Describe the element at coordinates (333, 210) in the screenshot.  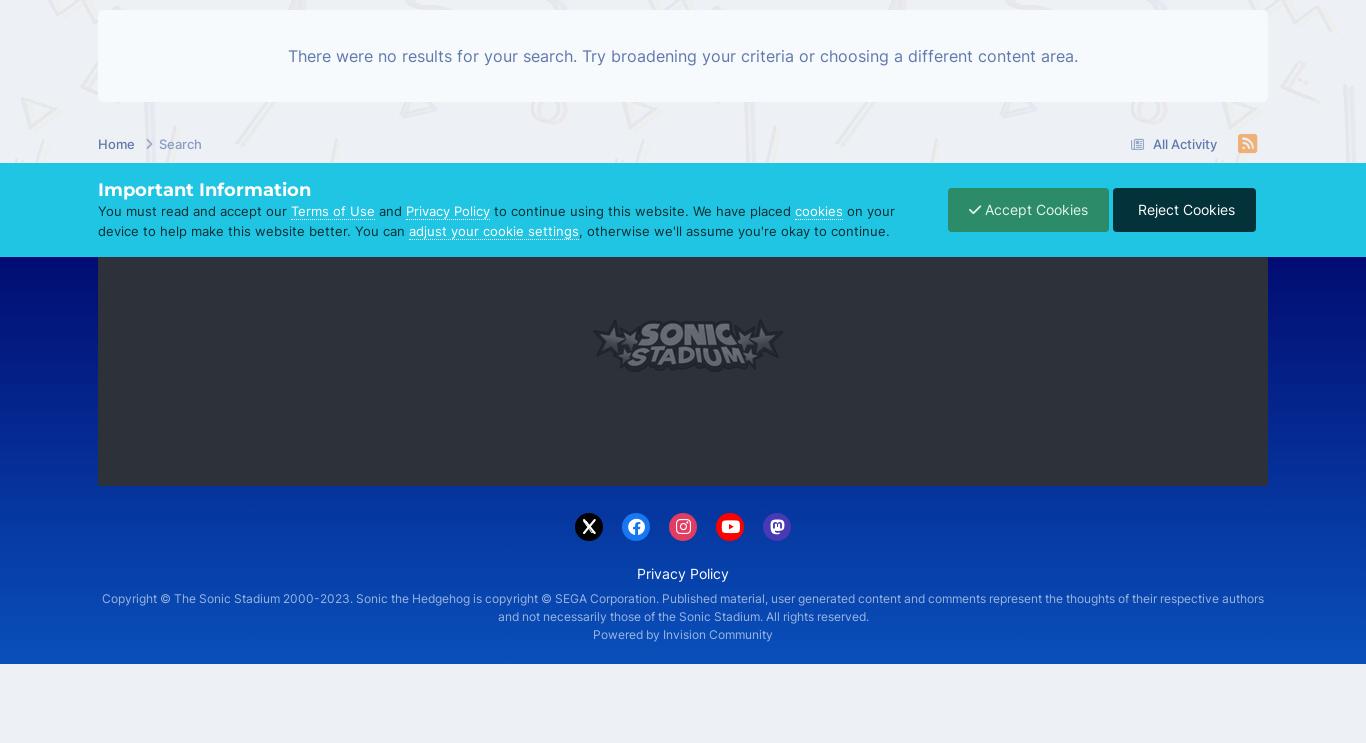
I see `'Terms of Use'` at that location.